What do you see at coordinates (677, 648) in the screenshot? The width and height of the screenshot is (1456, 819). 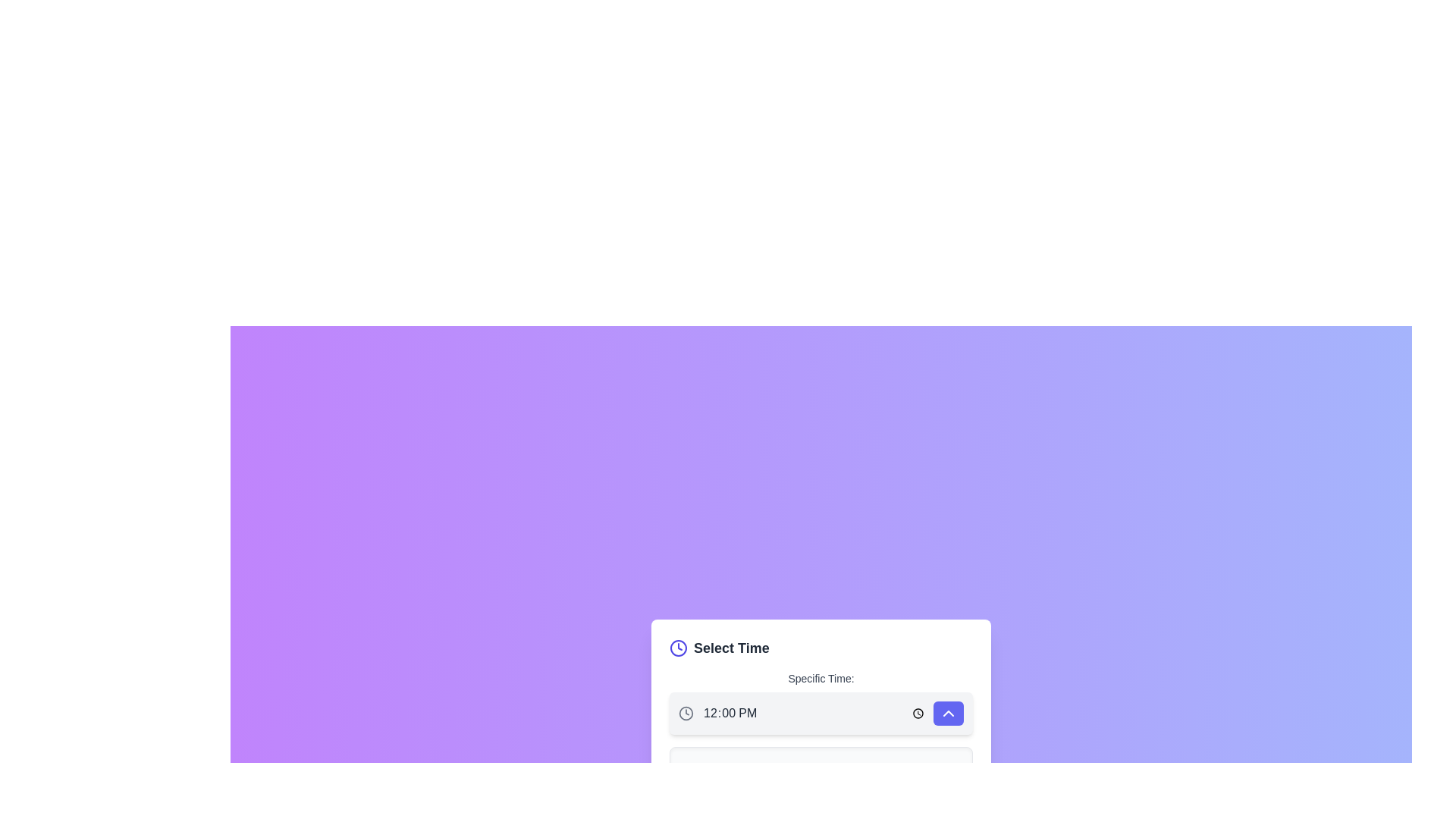 I see `the clock icon SVG located in the header of the 'Select Time' section, positioned to the extreme left of the 'Select Time' text label` at bounding box center [677, 648].